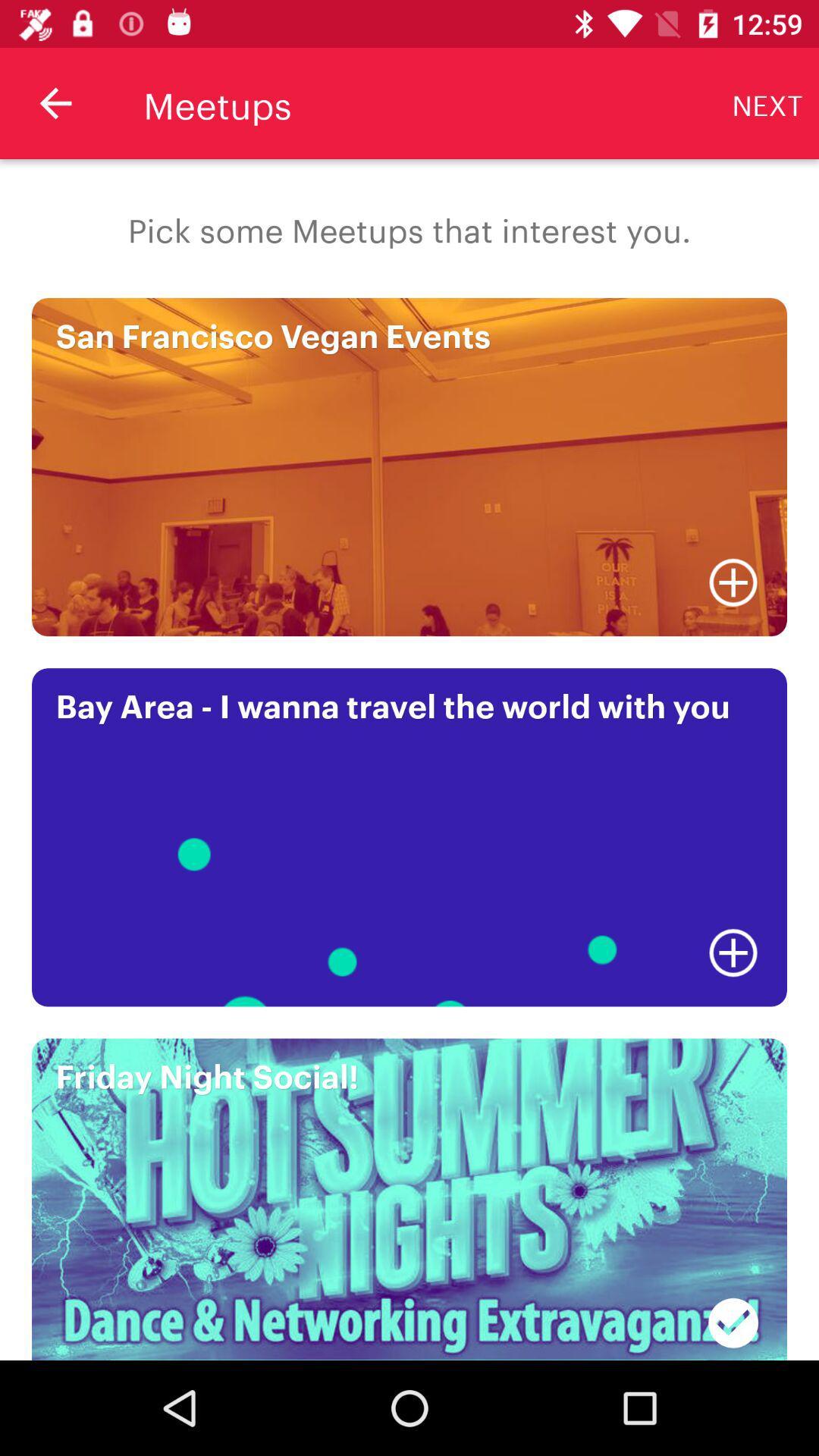 This screenshot has width=819, height=1456. I want to click on the item at the bottom right corner, so click(733, 1313).